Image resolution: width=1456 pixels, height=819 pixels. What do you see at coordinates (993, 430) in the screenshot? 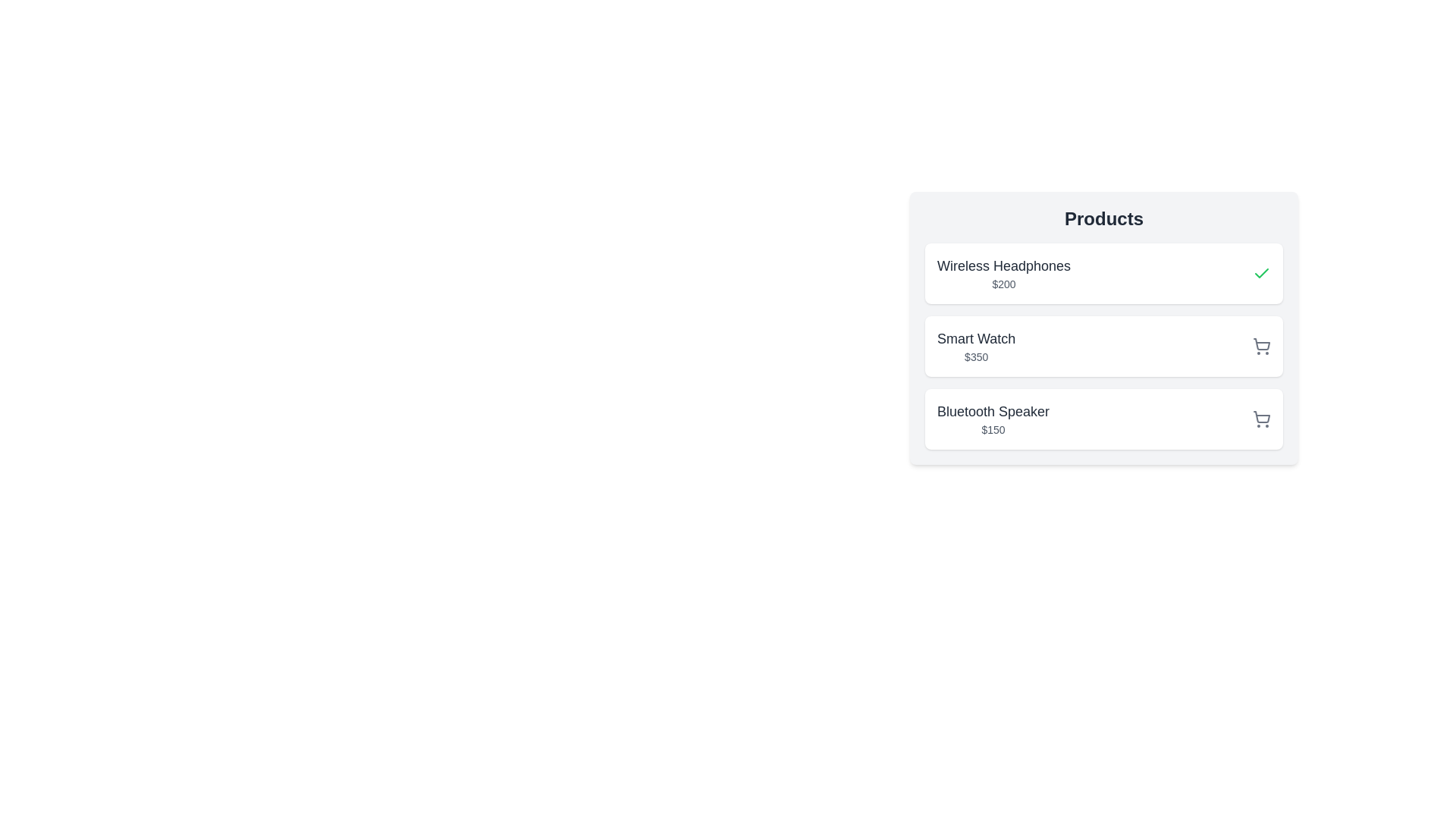
I see `the price label of the product 'Bluetooth Speaker', which is located below the product name within a card-like structure` at bounding box center [993, 430].